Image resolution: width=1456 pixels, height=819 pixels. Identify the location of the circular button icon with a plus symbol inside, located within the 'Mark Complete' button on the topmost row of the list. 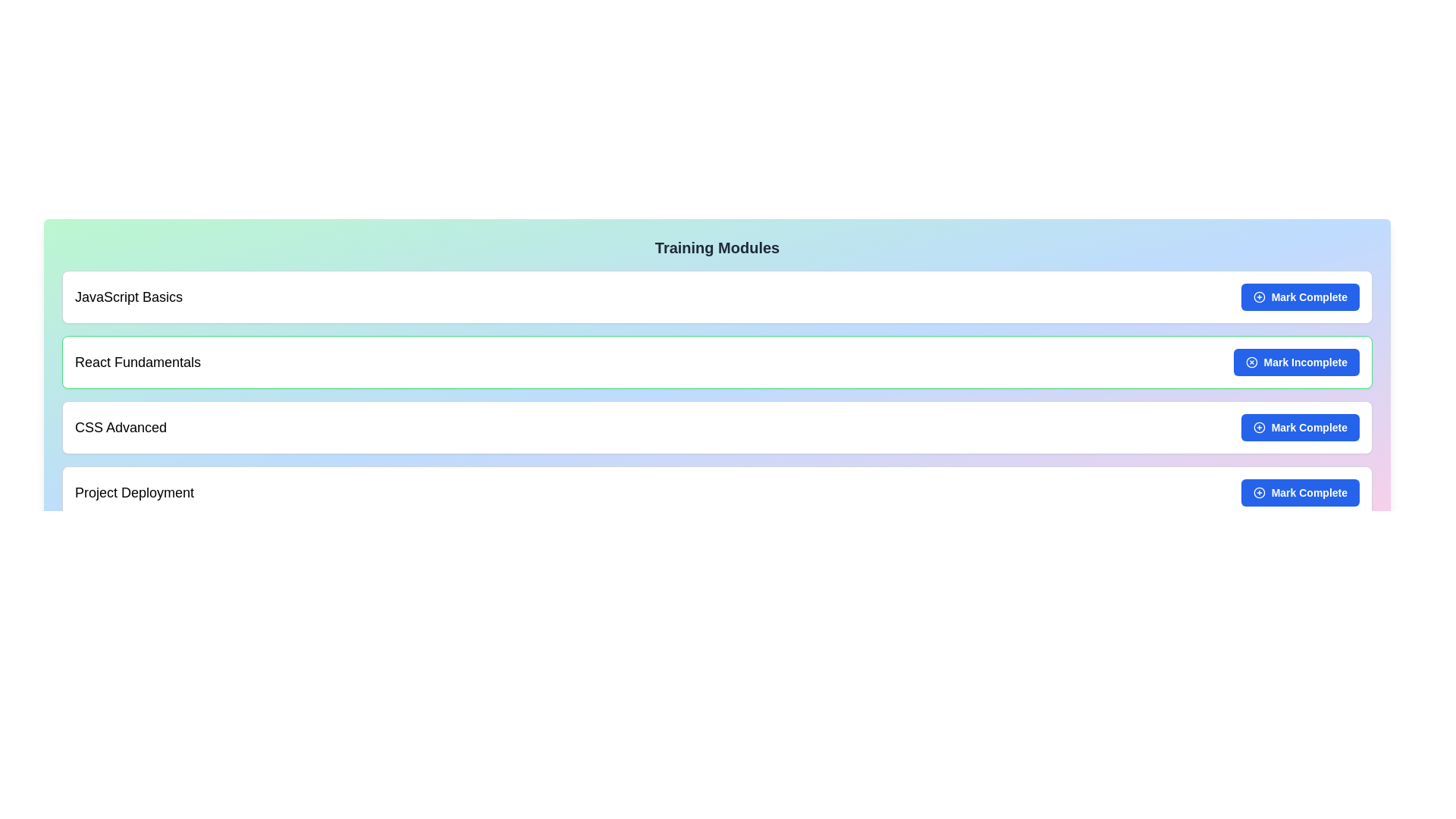
(1259, 297).